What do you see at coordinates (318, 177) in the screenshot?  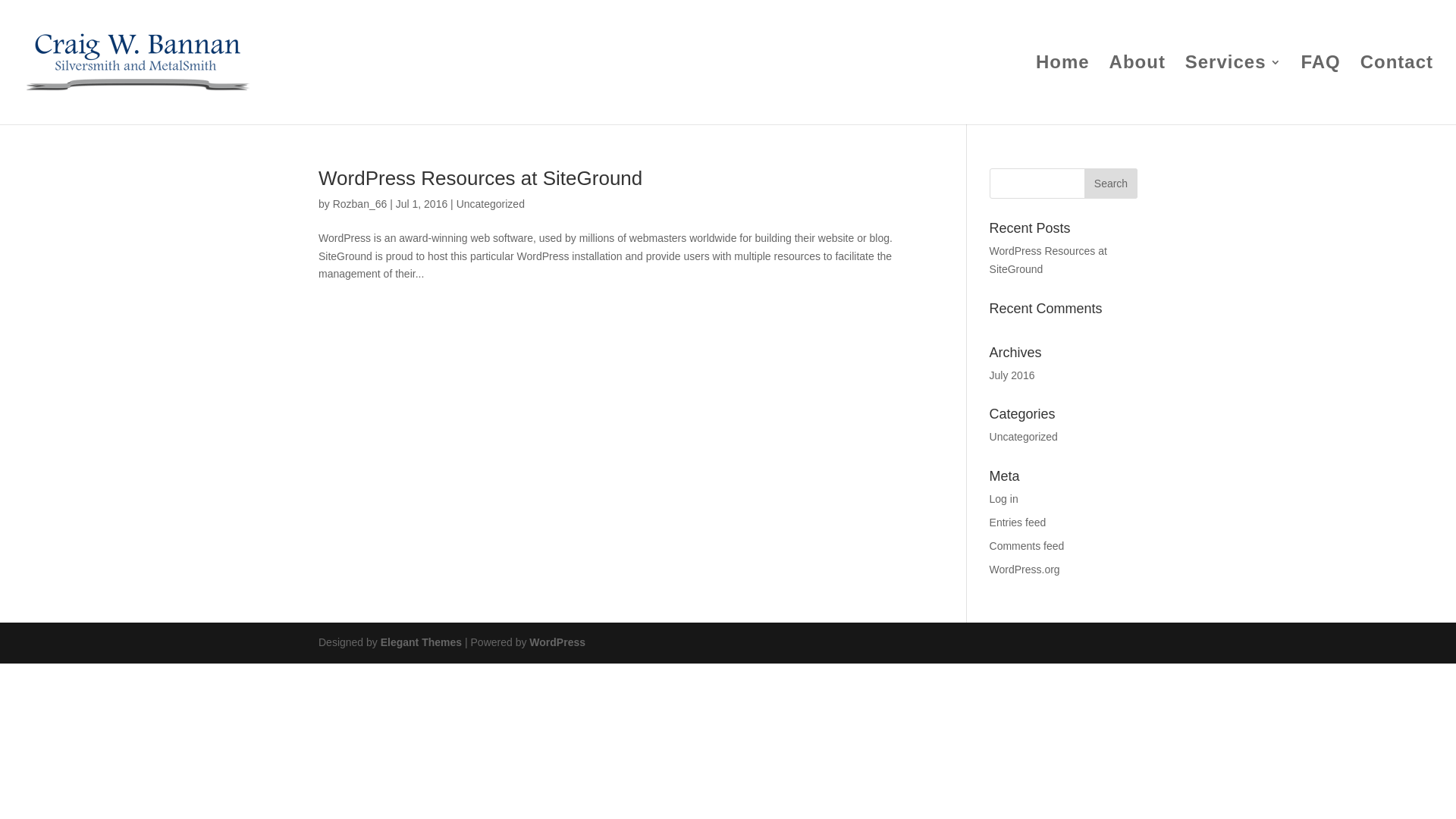 I see `'WordPress Resources at SiteGround'` at bounding box center [318, 177].